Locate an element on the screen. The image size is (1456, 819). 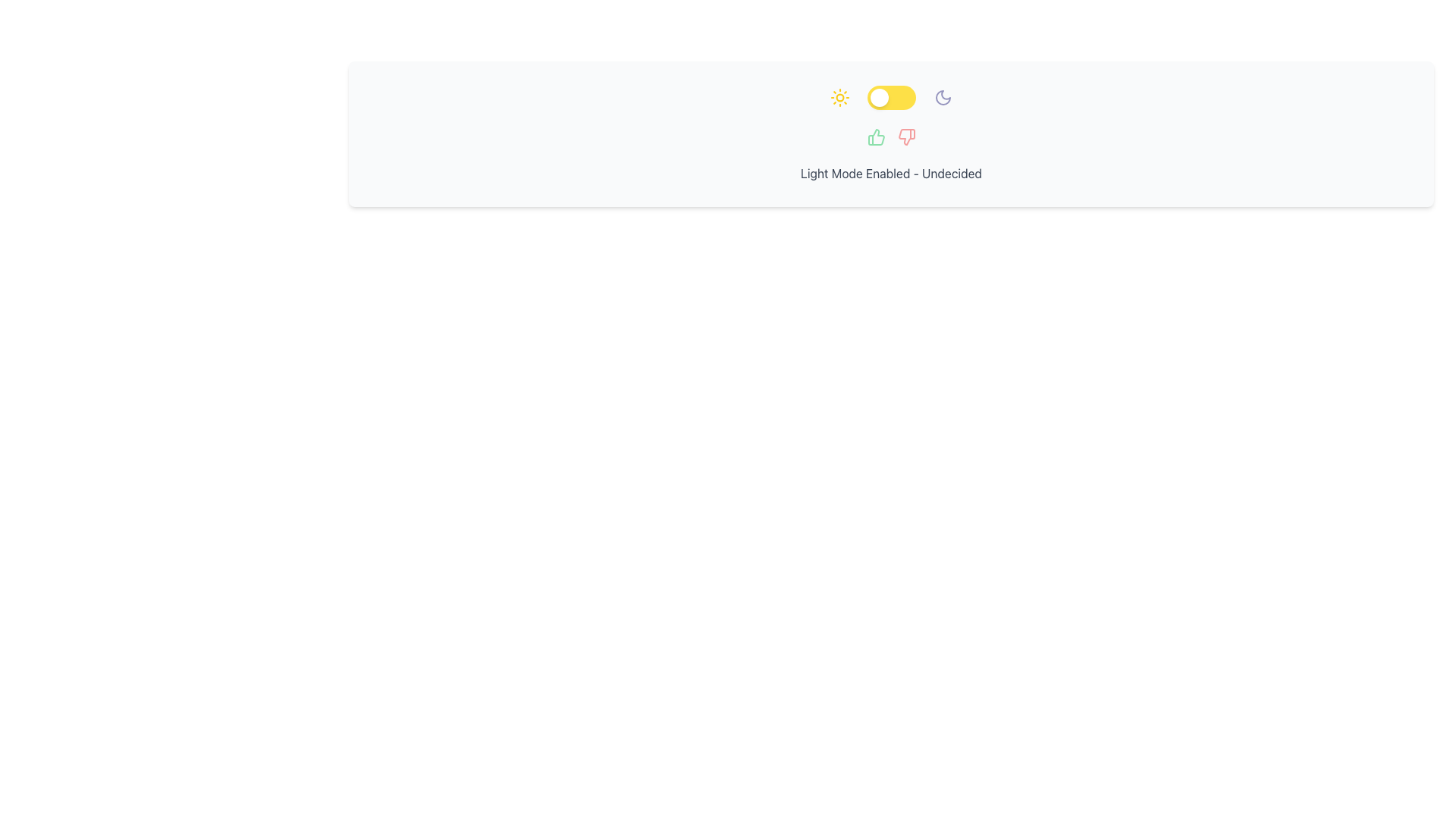
the approval Icon button located in the horizontal toolbar at the top of the interface is located at coordinates (876, 137).